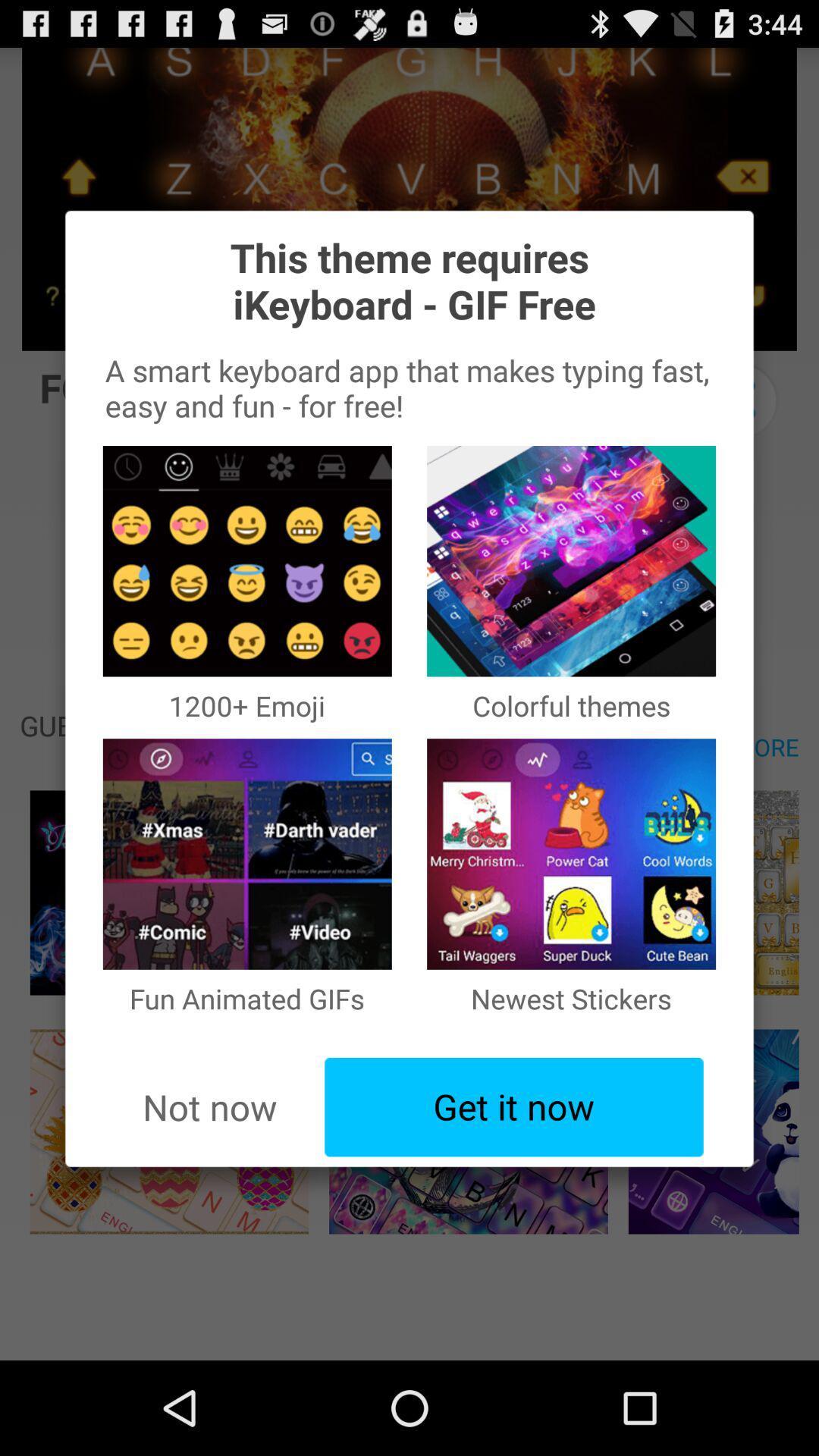  What do you see at coordinates (209, 1107) in the screenshot?
I see `the icon next to get it now button` at bounding box center [209, 1107].